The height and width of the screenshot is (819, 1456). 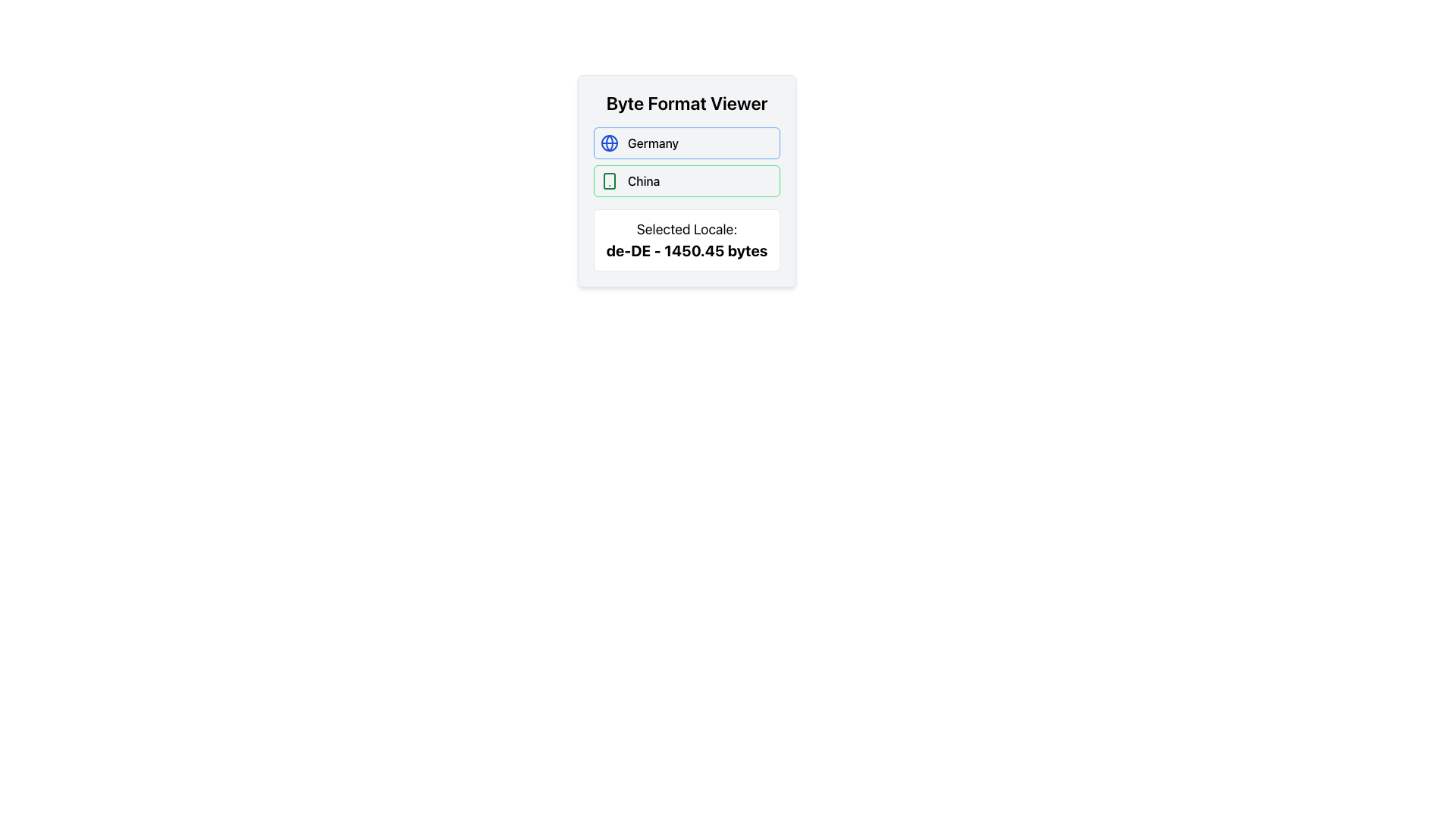 What do you see at coordinates (610, 180) in the screenshot?
I see `the green smartphone icon, which is located on the leftmost side of the UI panel, next to the text 'China'` at bounding box center [610, 180].